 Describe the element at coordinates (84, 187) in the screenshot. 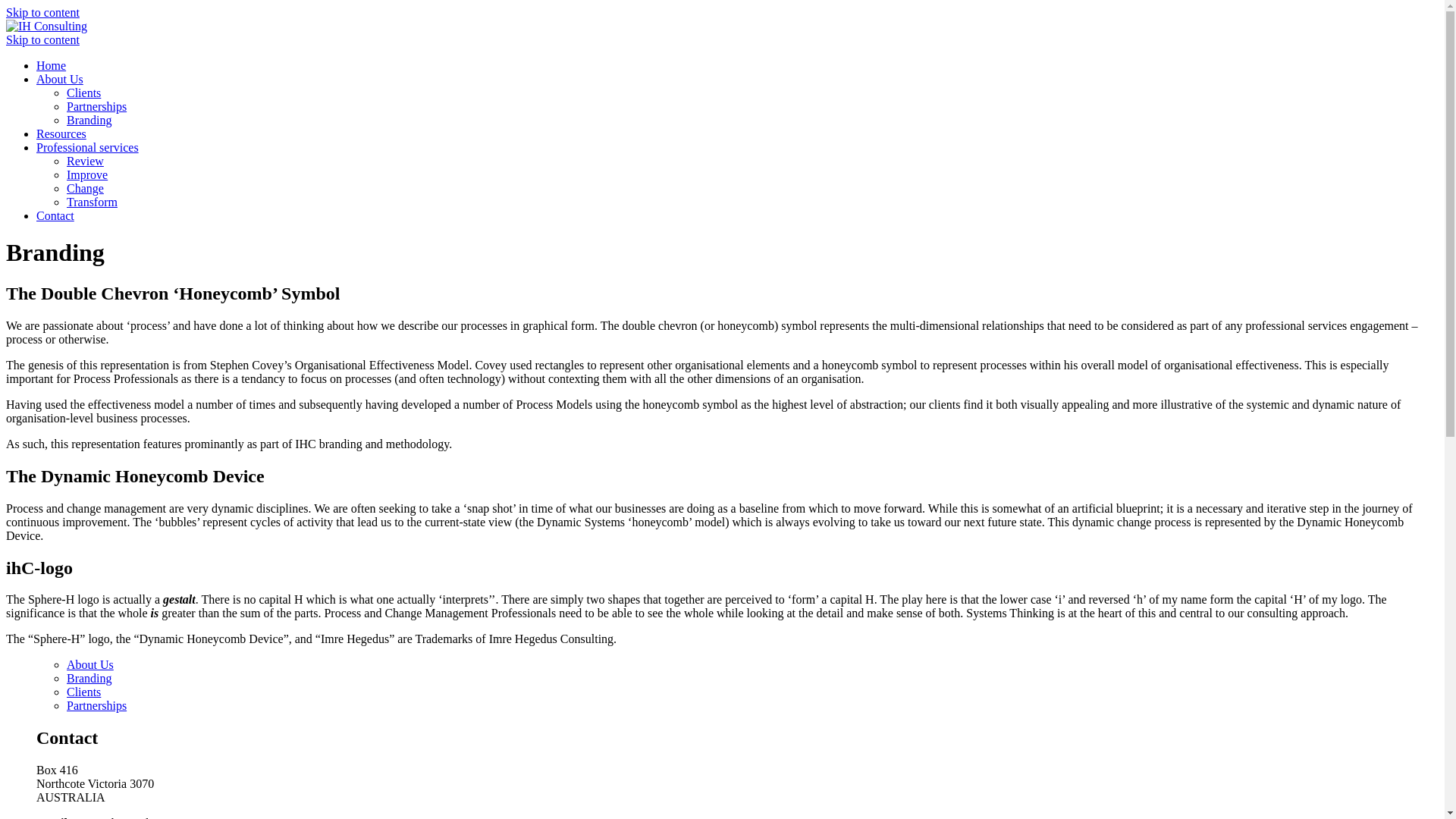

I see `'Change'` at that location.